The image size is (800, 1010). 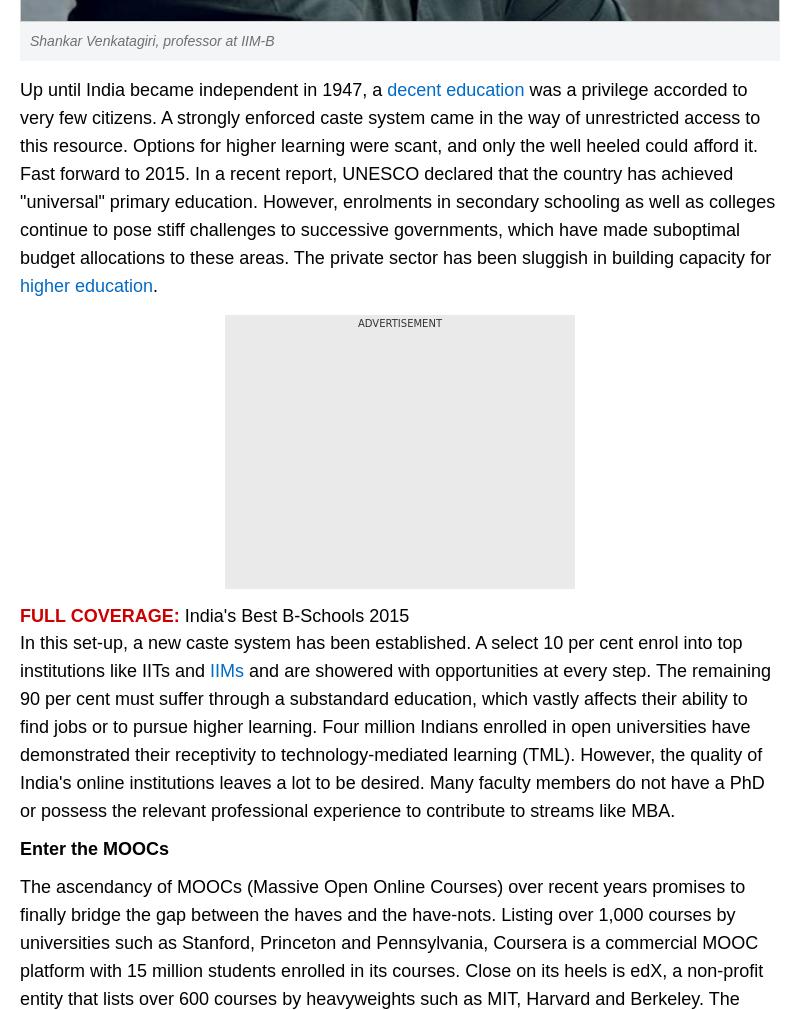 I want to click on 'was a privilege accorded to very few citizens. A strongly enforced caste system came in the way of unrestricted access to this resource. Options for higher learning were scant, and only the well heeled could afford it. Fast forward to 2015. In a recent report, UNESCO declared that the country has achieved "universal" primary education. However, enrolments in secondary schooling as well as colleges continue to pose stiff challenges to successive governments, which have made suboptimal budget allocations to these areas. The private sector has been sluggish in building capacity for', so click(x=396, y=173).